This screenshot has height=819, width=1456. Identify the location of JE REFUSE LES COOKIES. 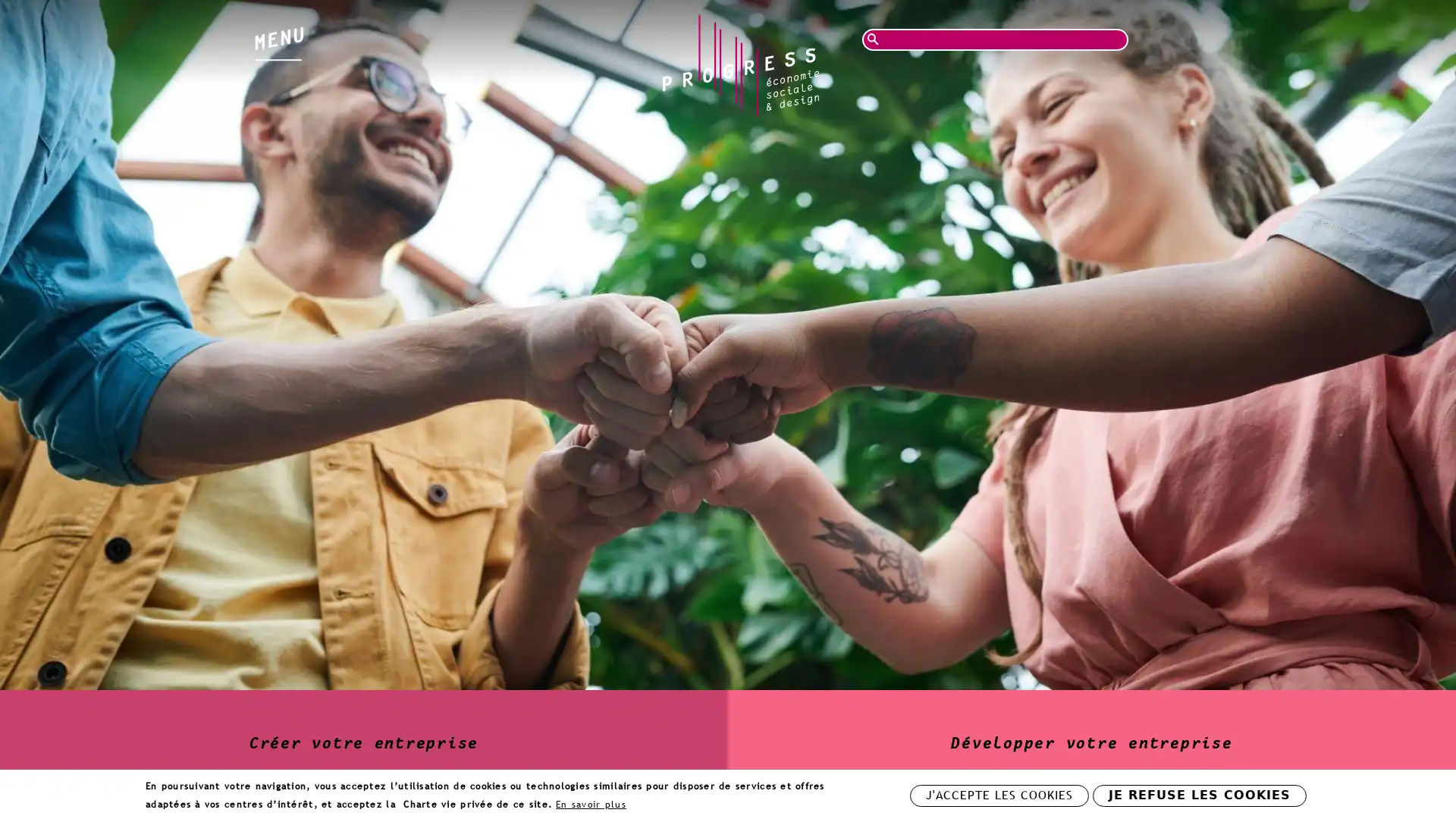
(1199, 795).